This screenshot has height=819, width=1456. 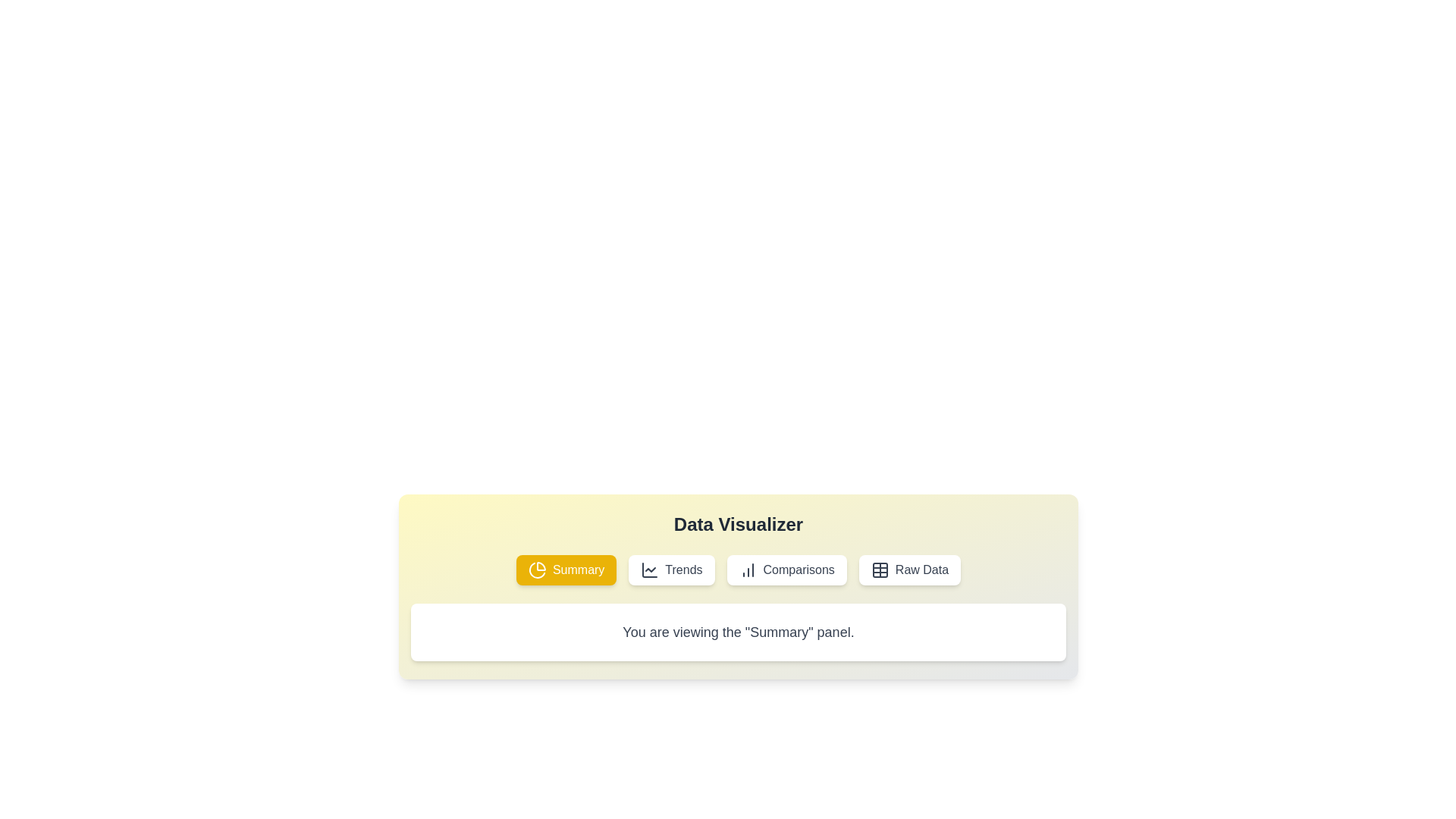 What do you see at coordinates (566, 570) in the screenshot?
I see `the leftmost button in the horizontal navigation bar under 'Data Visualizer'` at bounding box center [566, 570].